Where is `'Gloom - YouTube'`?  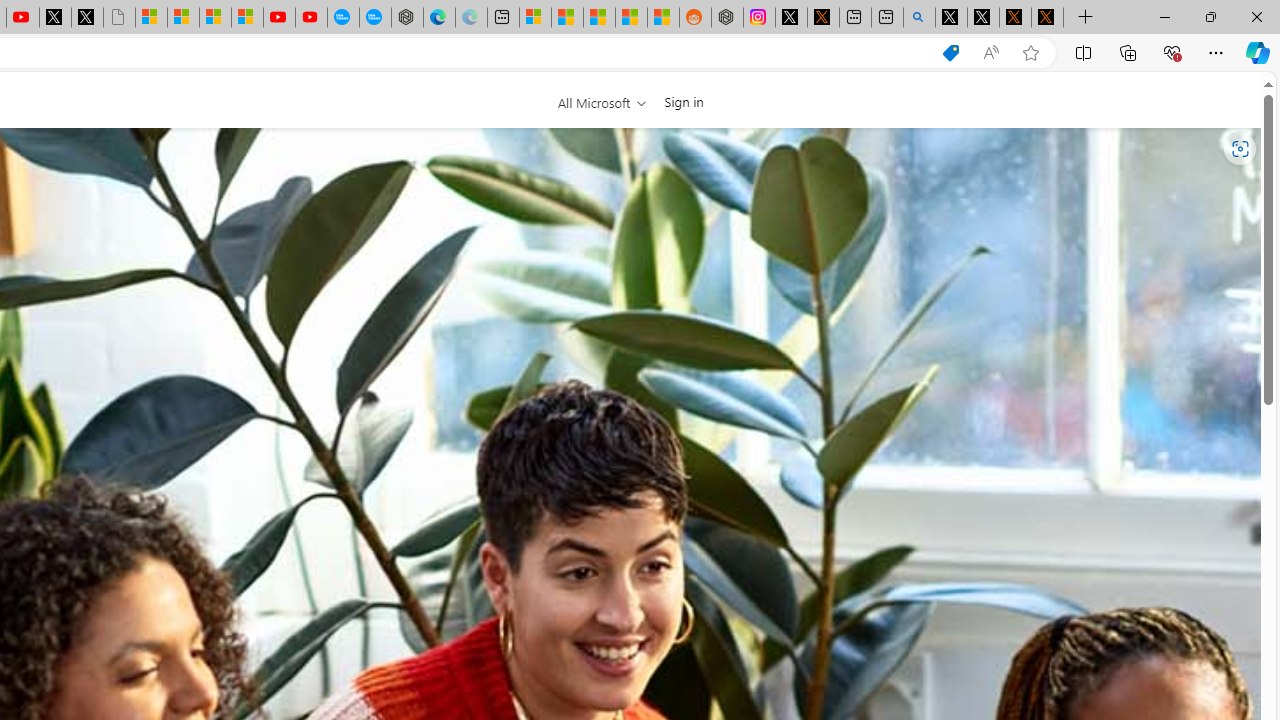
'Gloom - YouTube' is located at coordinates (278, 17).